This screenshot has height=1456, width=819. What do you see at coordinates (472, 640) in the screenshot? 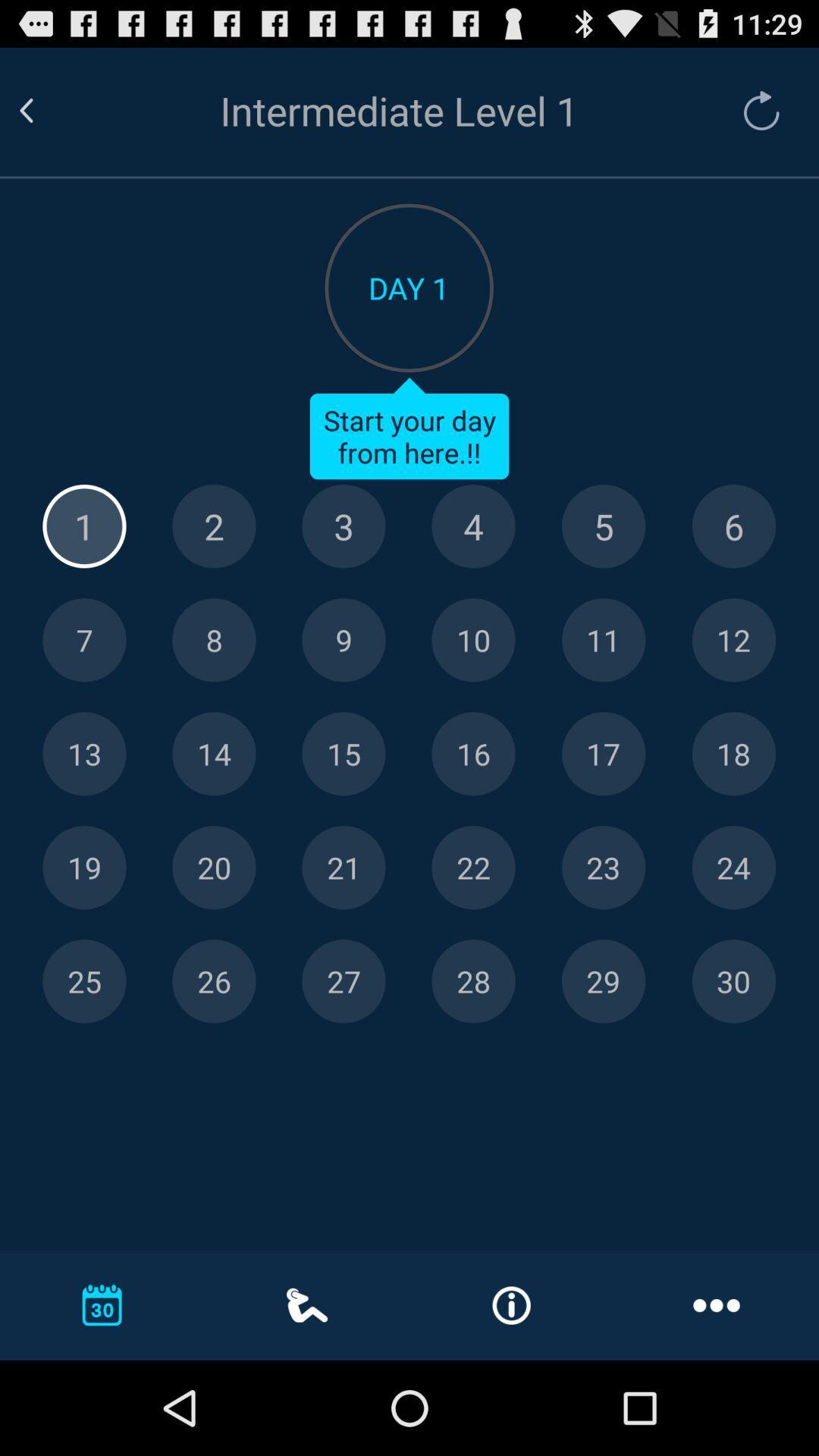
I see `number 10 button` at bounding box center [472, 640].